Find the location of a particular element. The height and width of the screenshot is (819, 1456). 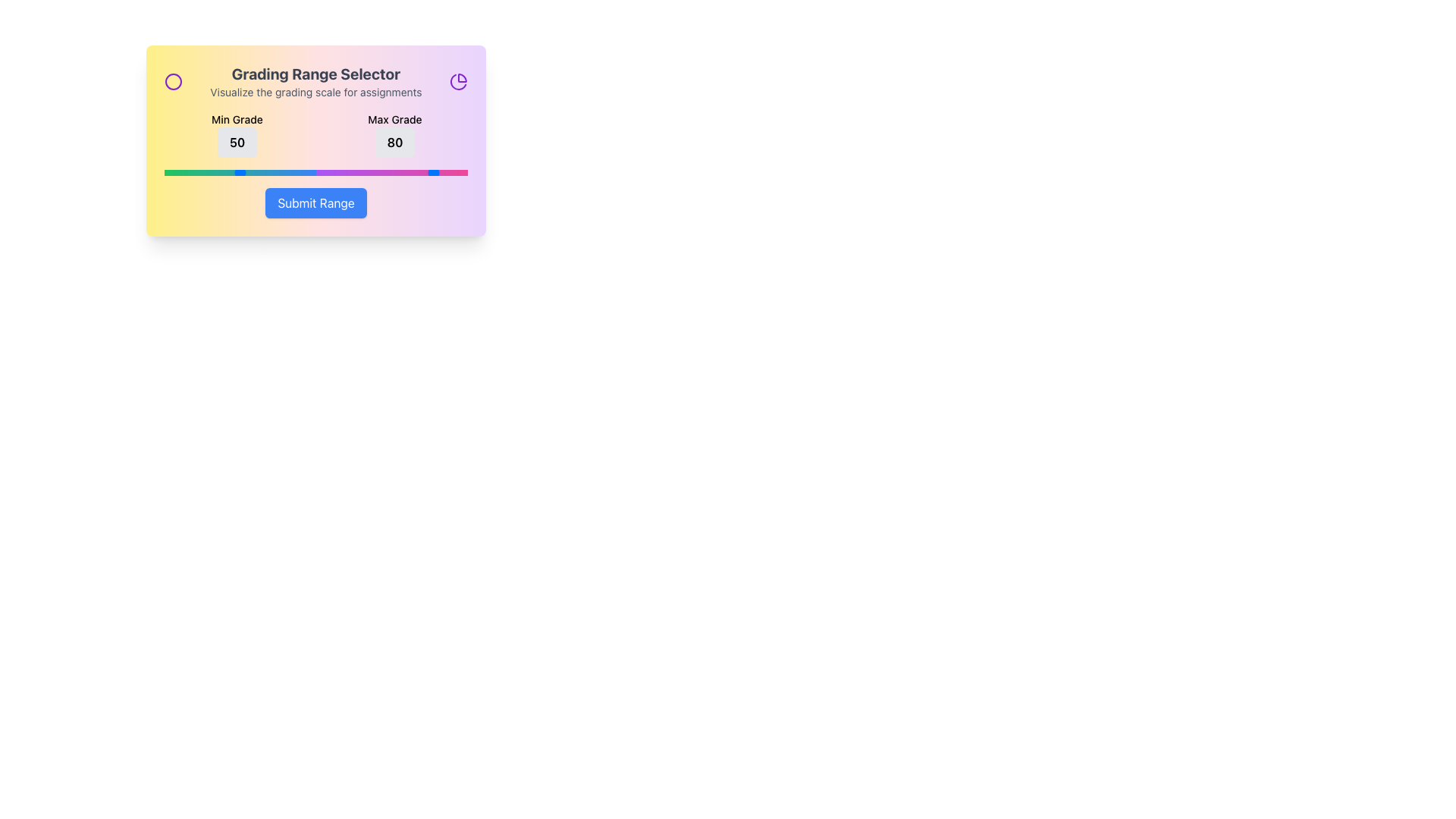

the pie chart icon representing data visualization in the header area of the 'Grading Range Selector' card to focus on it is located at coordinates (457, 82).